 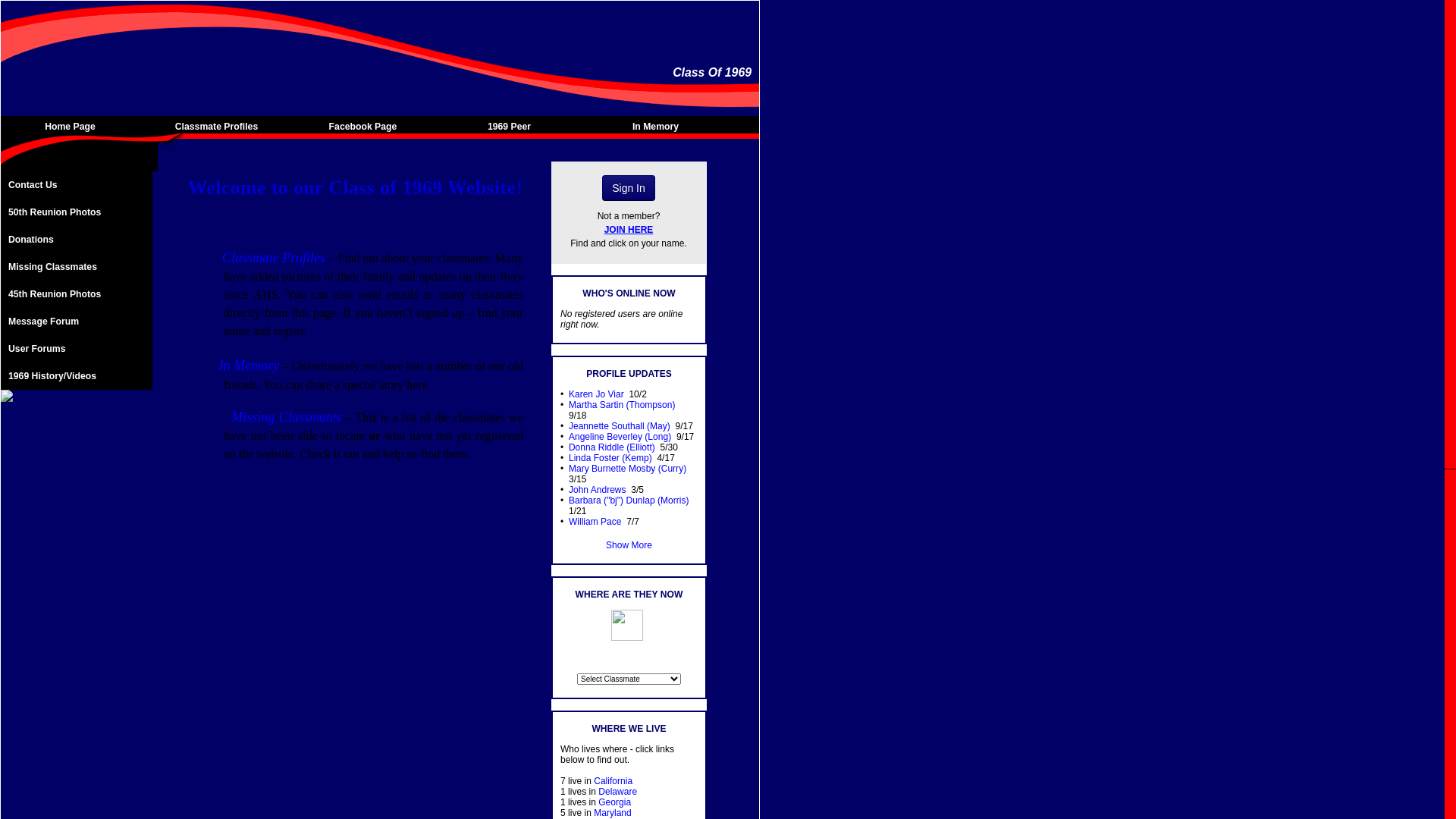 What do you see at coordinates (567, 457) in the screenshot?
I see `'Linda Foster (Kemp)'` at bounding box center [567, 457].